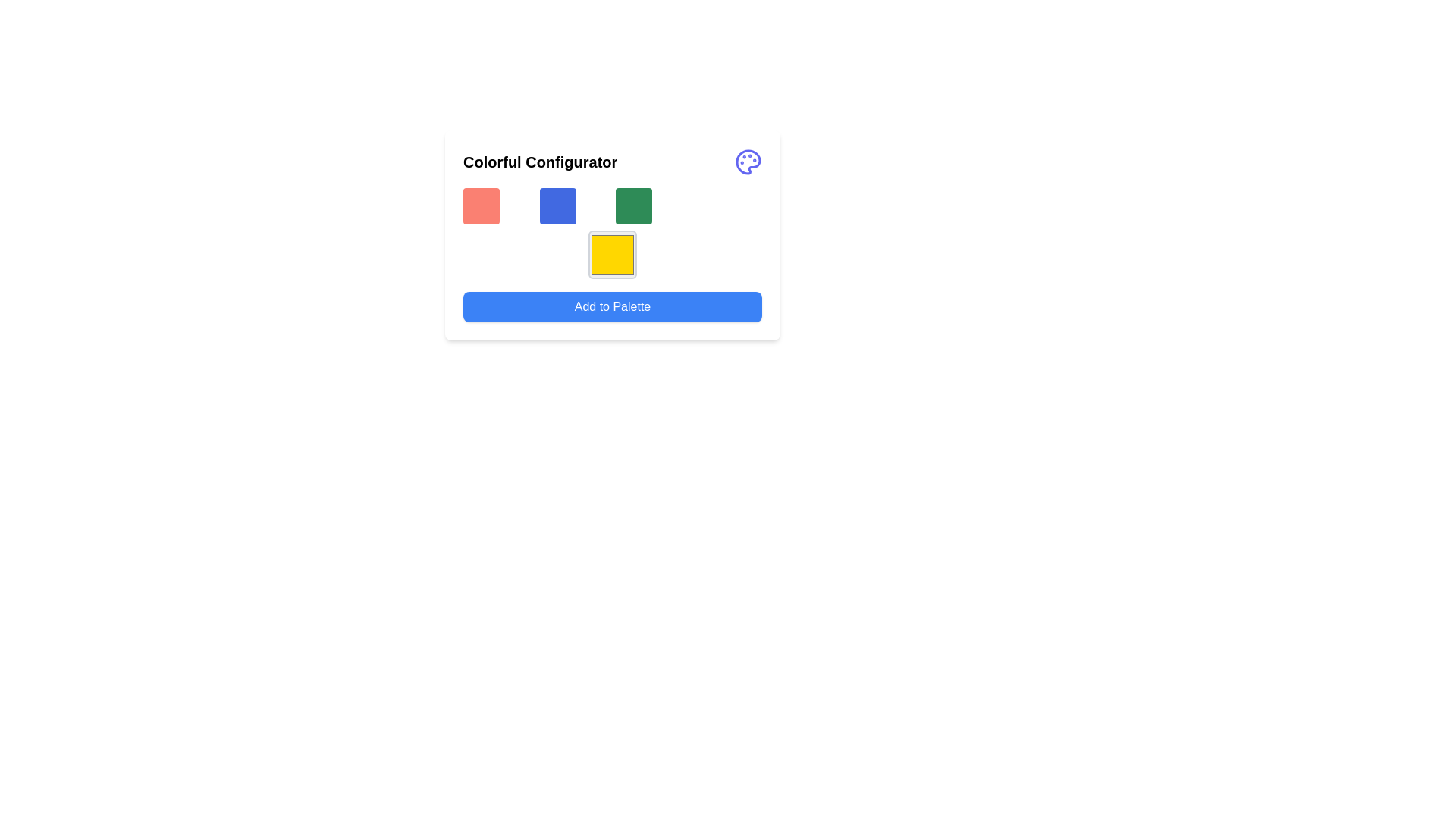 This screenshot has width=1456, height=819. What do you see at coordinates (748, 162) in the screenshot?
I see `the circular graphic resembling a palette with artistic design, located in the top-right corner of the interface, near the 'Colorful Configurator' label` at bounding box center [748, 162].